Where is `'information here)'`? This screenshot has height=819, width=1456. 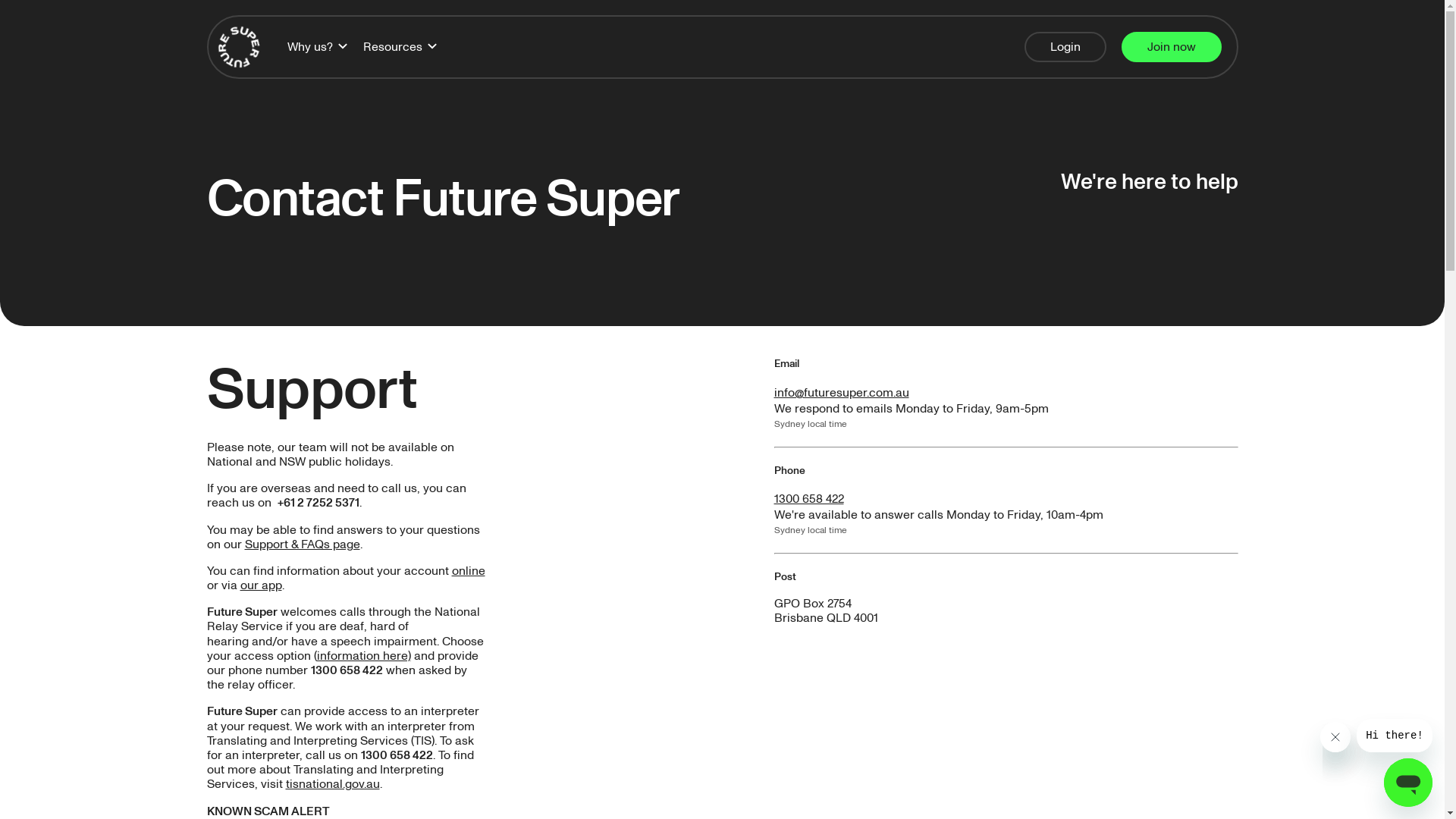
'information here)' is located at coordinates (364, 654).